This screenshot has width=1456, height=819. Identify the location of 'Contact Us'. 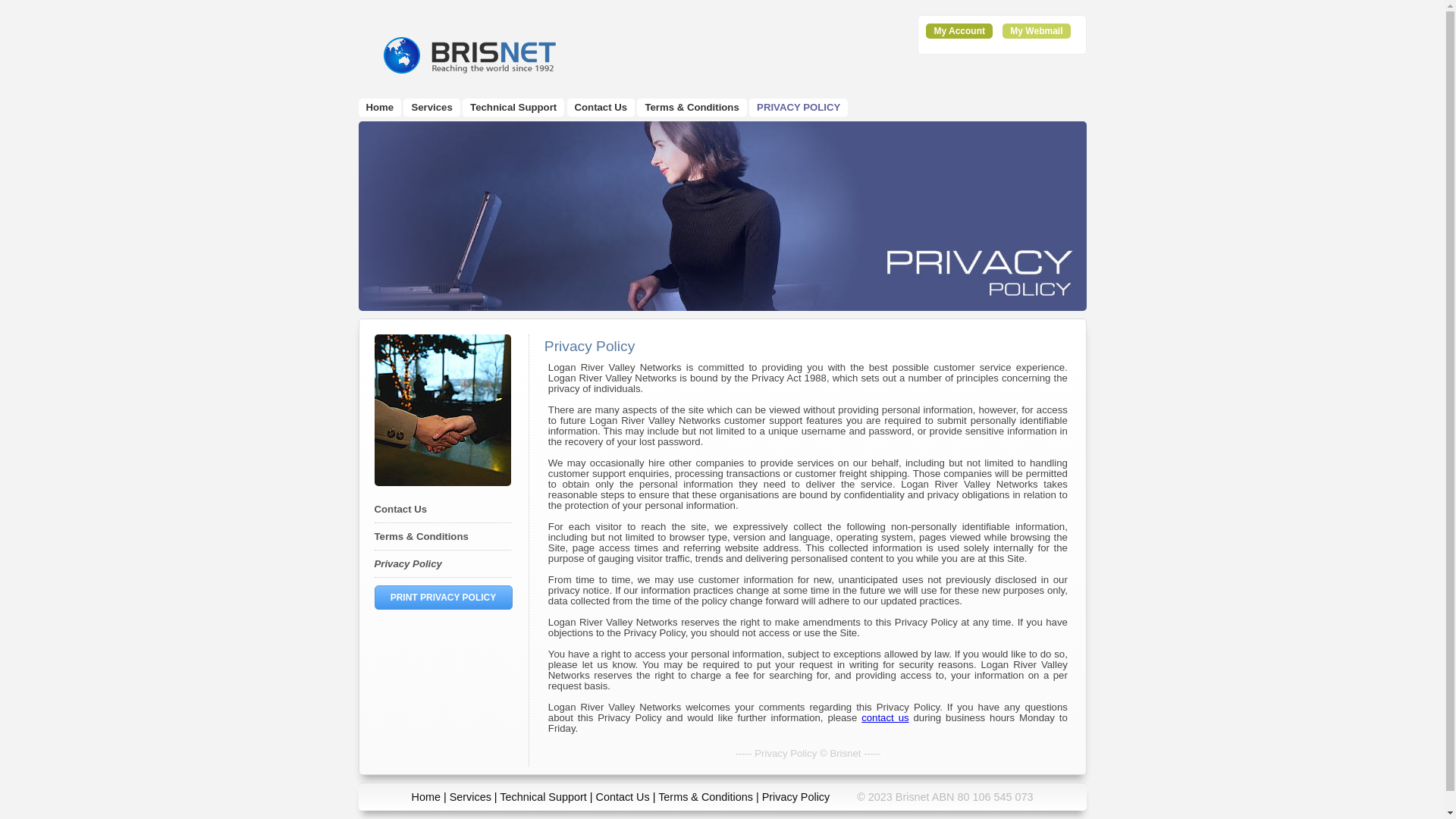
(400, 509).